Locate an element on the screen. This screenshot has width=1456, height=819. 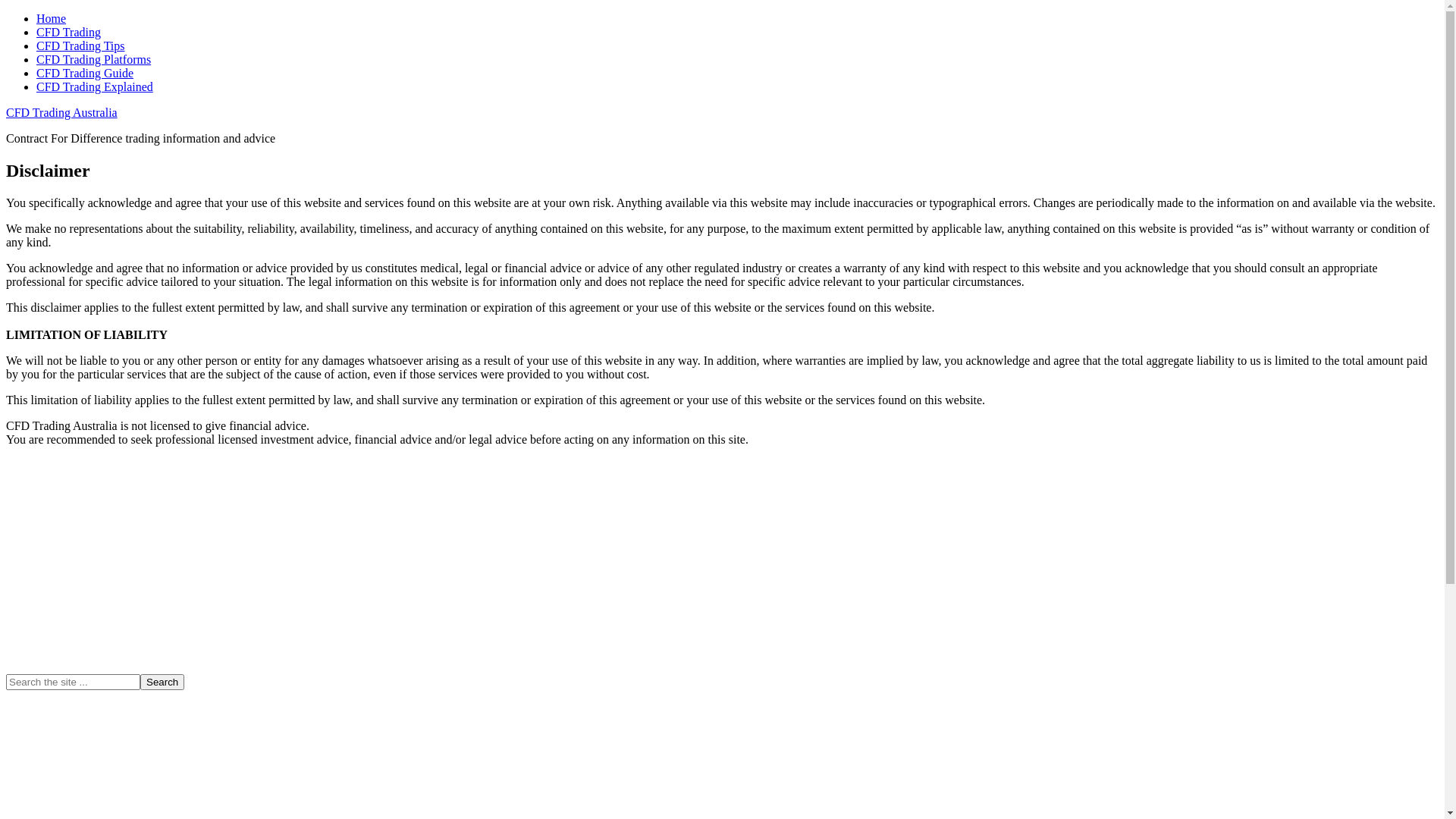
'Search' is located at coordinates (140, 681).